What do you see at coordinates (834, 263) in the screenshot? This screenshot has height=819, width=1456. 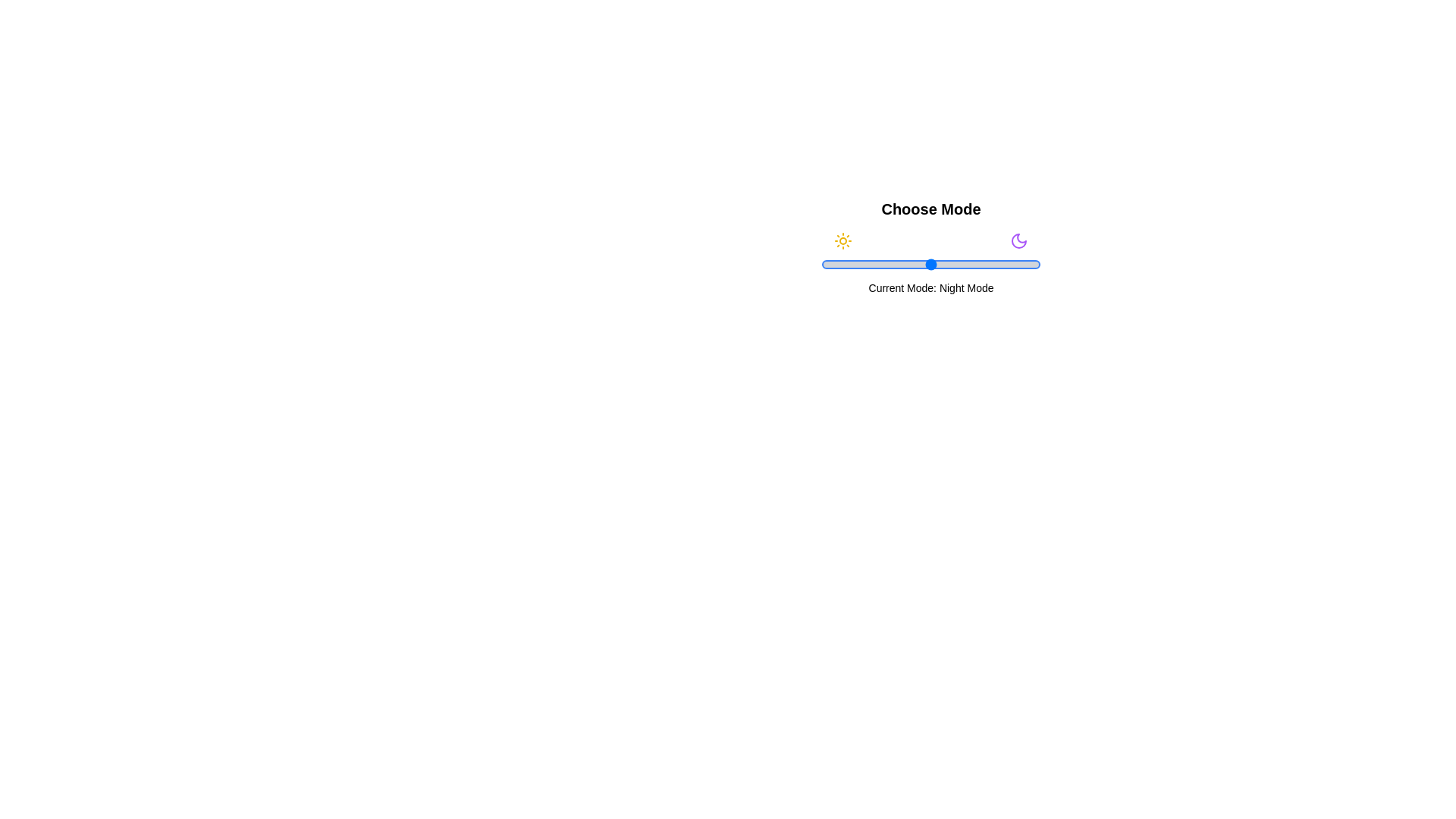 I see `the slider to 6% to set the mode` at bounding box center [834, 263].